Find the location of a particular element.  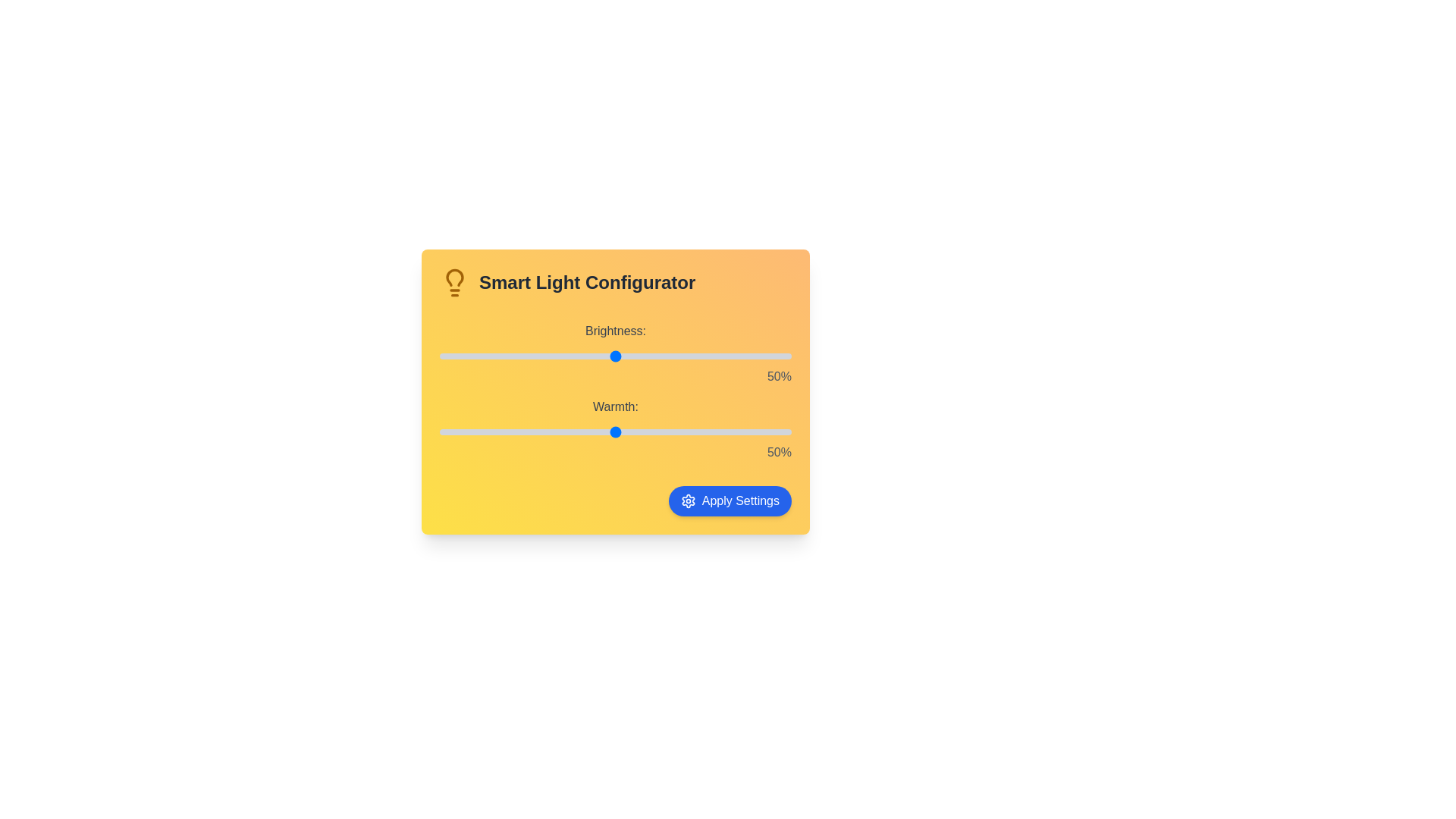

text displayed on the 'Apply Settings' button, which is styled with a blue background and contains white text is located at coordinates (740, 500).